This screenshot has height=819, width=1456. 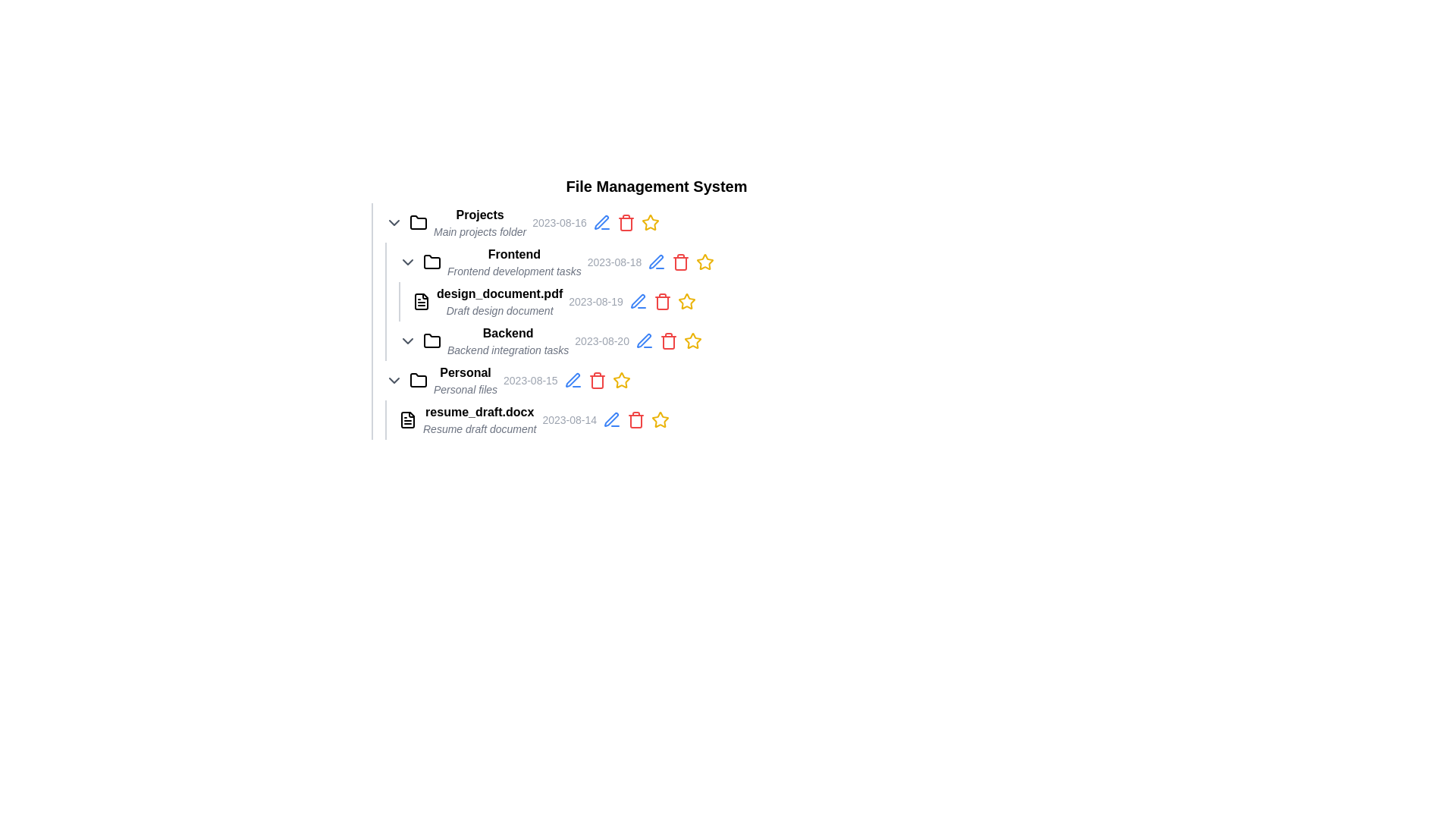 I want to click on the text label displaying the date '2023-08-20', which is styled in gray color and located at the right end of the row corresponding to the 'Backend' folder, so click(x=601, y=341).